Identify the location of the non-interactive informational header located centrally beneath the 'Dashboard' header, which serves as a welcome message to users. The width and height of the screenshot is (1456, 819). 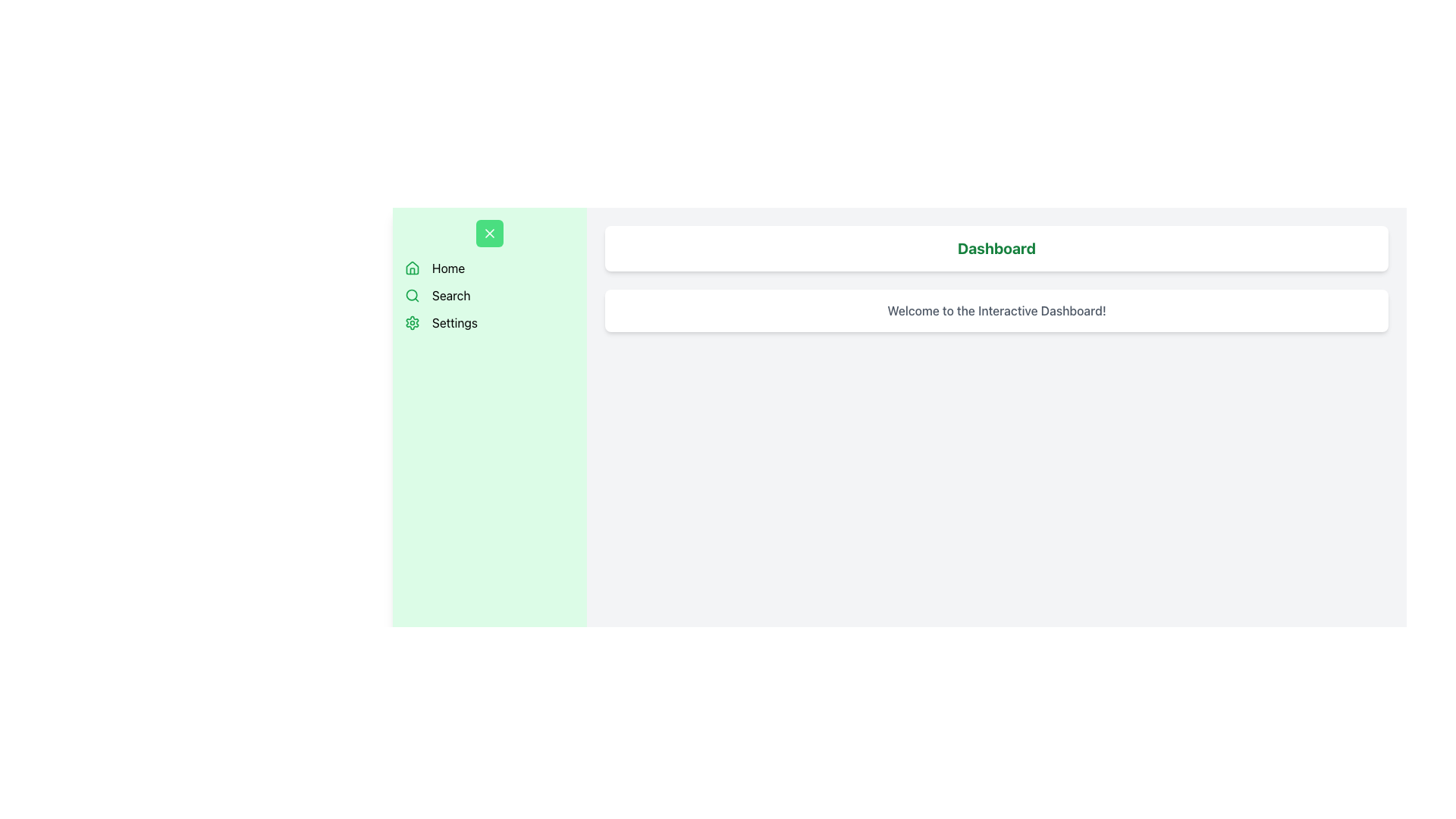
(996, 309).